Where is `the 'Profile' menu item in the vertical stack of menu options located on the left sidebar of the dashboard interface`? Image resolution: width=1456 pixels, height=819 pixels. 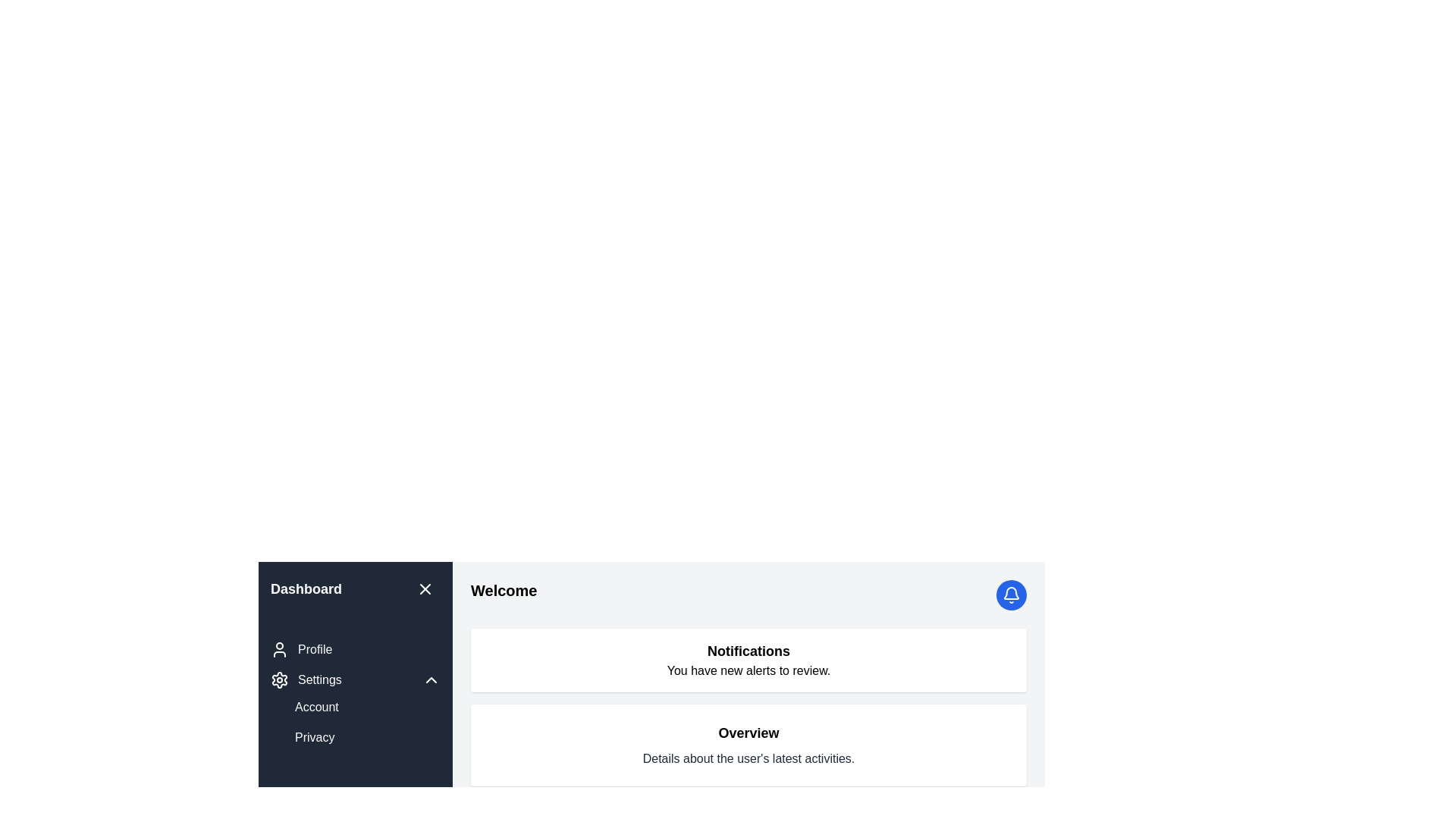
the 'Profile' menu item in the vertical stack of menu options located on the left sidebar of the dashboard interface is located at coordinates (355, 692).